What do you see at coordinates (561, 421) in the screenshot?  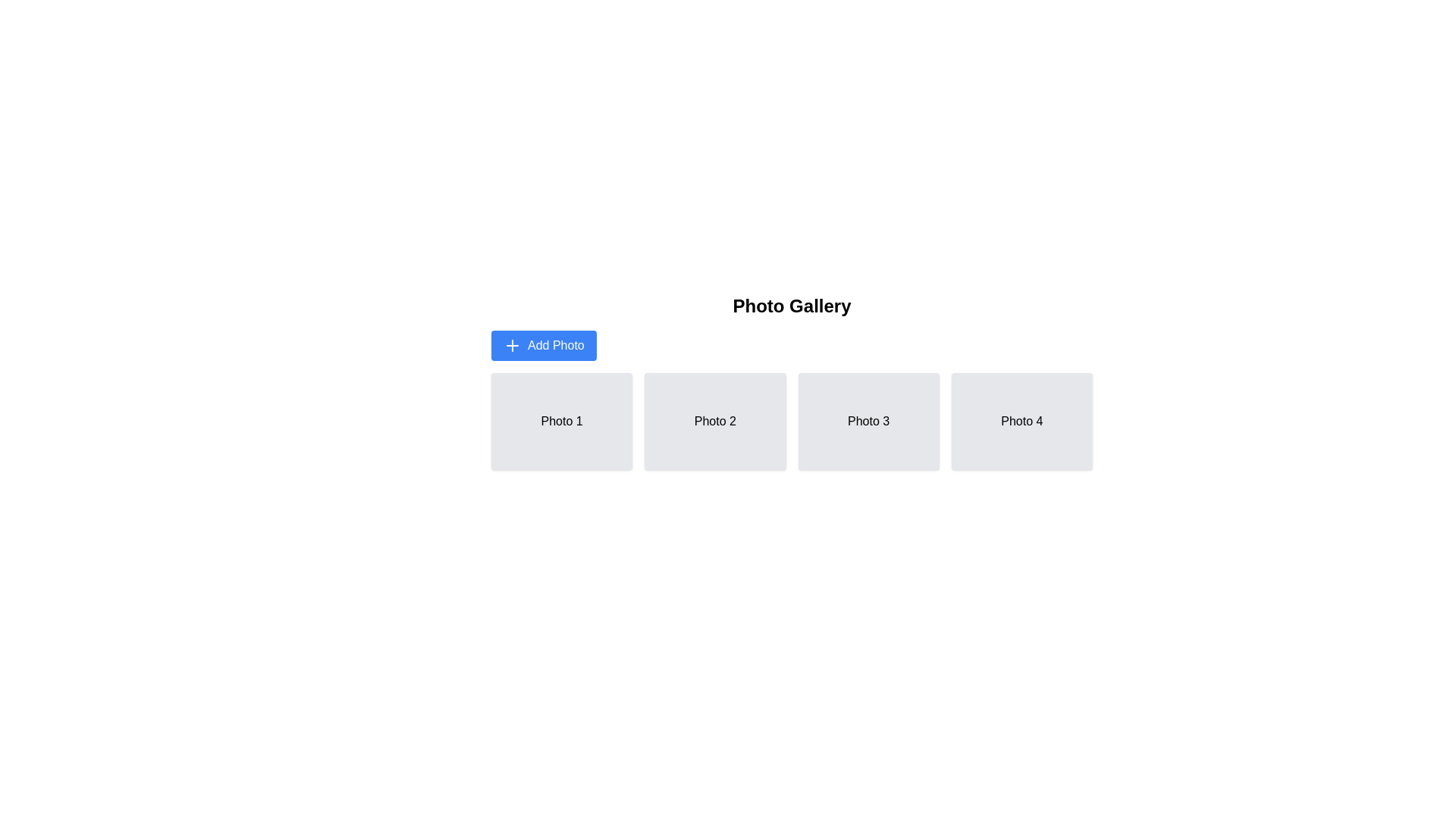 I see `the photo item in the gallery, which is the first item in a row of four, located below the 'Add Photo' button and to the left of 'Photo 2'` at bounding box center [561, 421].